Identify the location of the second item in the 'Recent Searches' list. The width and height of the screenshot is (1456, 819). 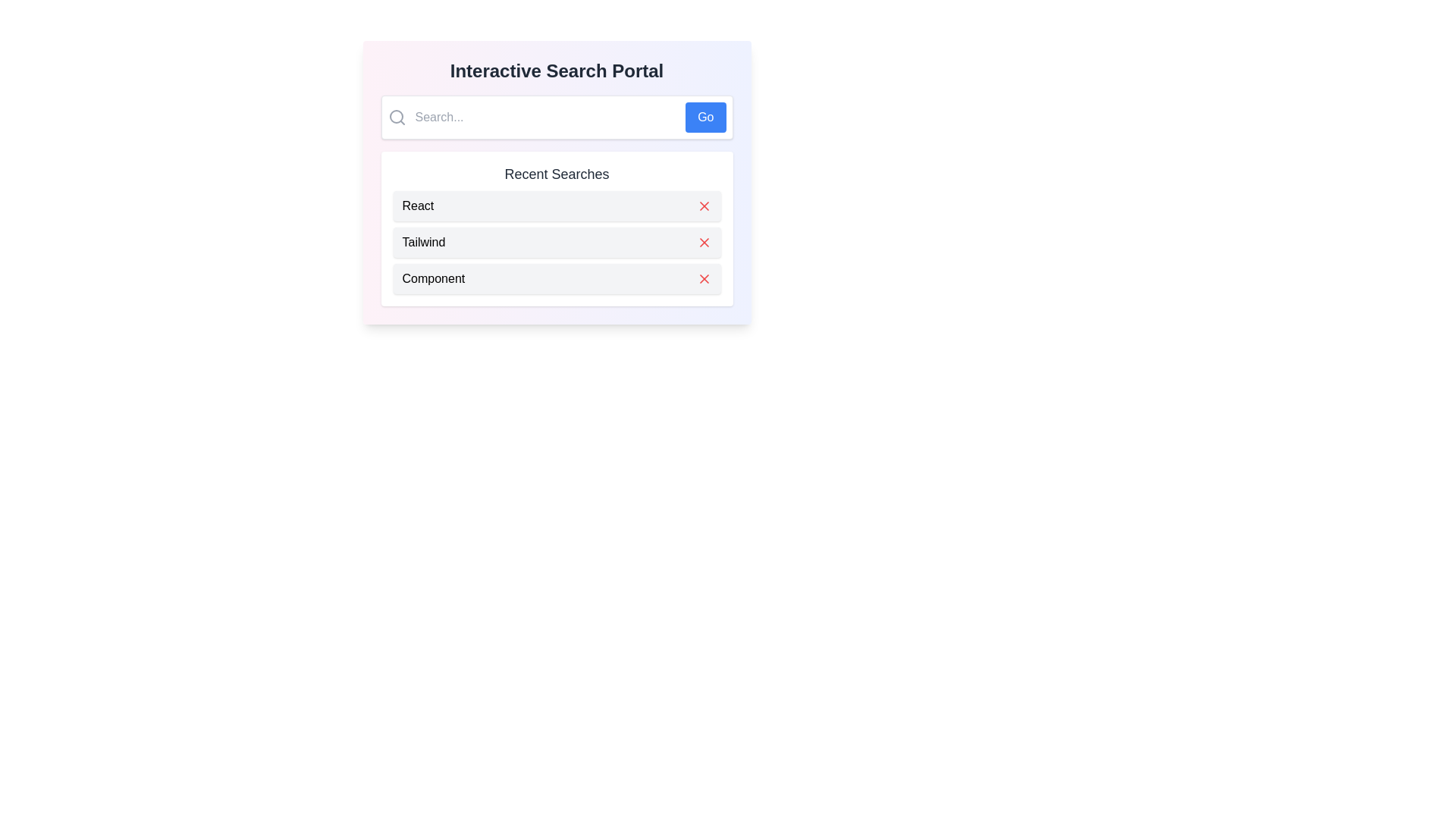
(556, 242).